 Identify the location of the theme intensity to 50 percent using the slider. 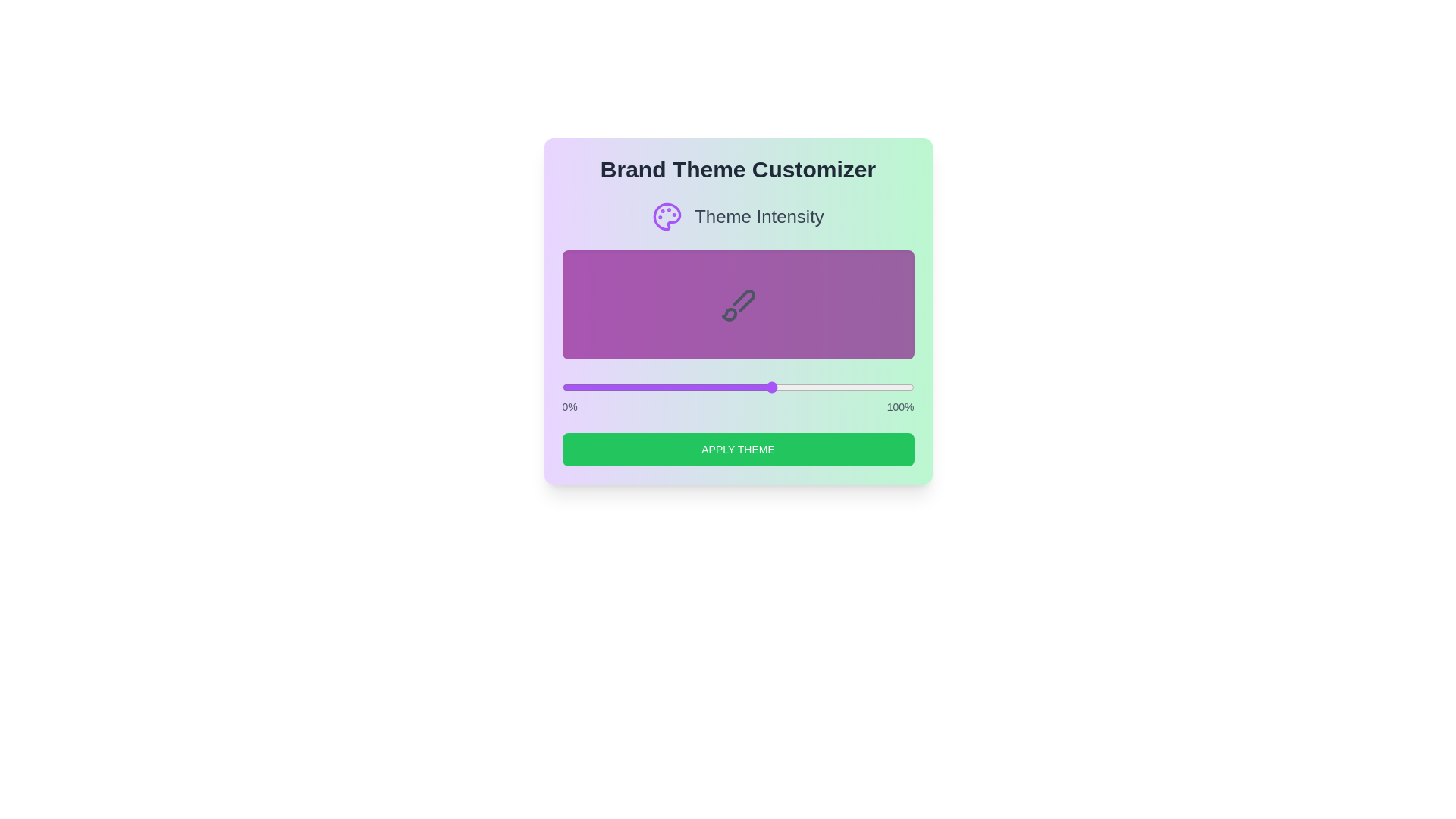
(738, 386).